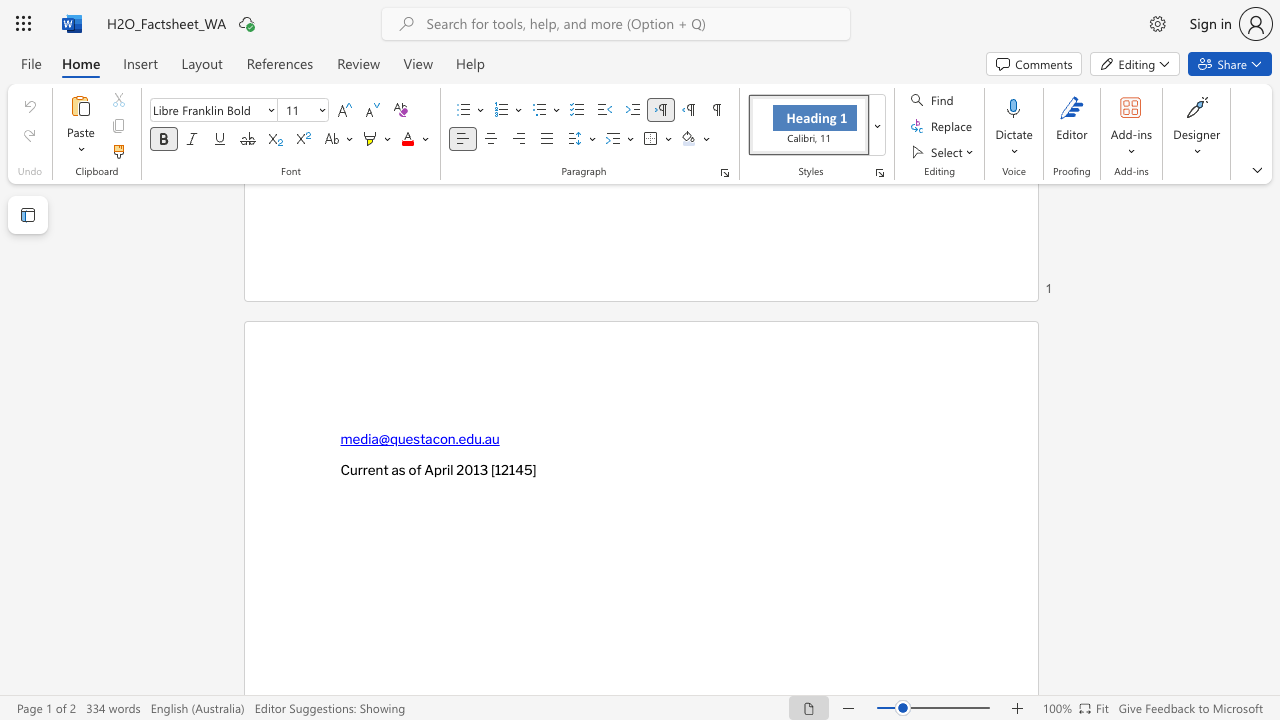 The height and width of the screenshot is (720, 1280). I want to click on the subset text "ent as of A" within the text "Current as of April 2013 [12145]", so click(367, 469).